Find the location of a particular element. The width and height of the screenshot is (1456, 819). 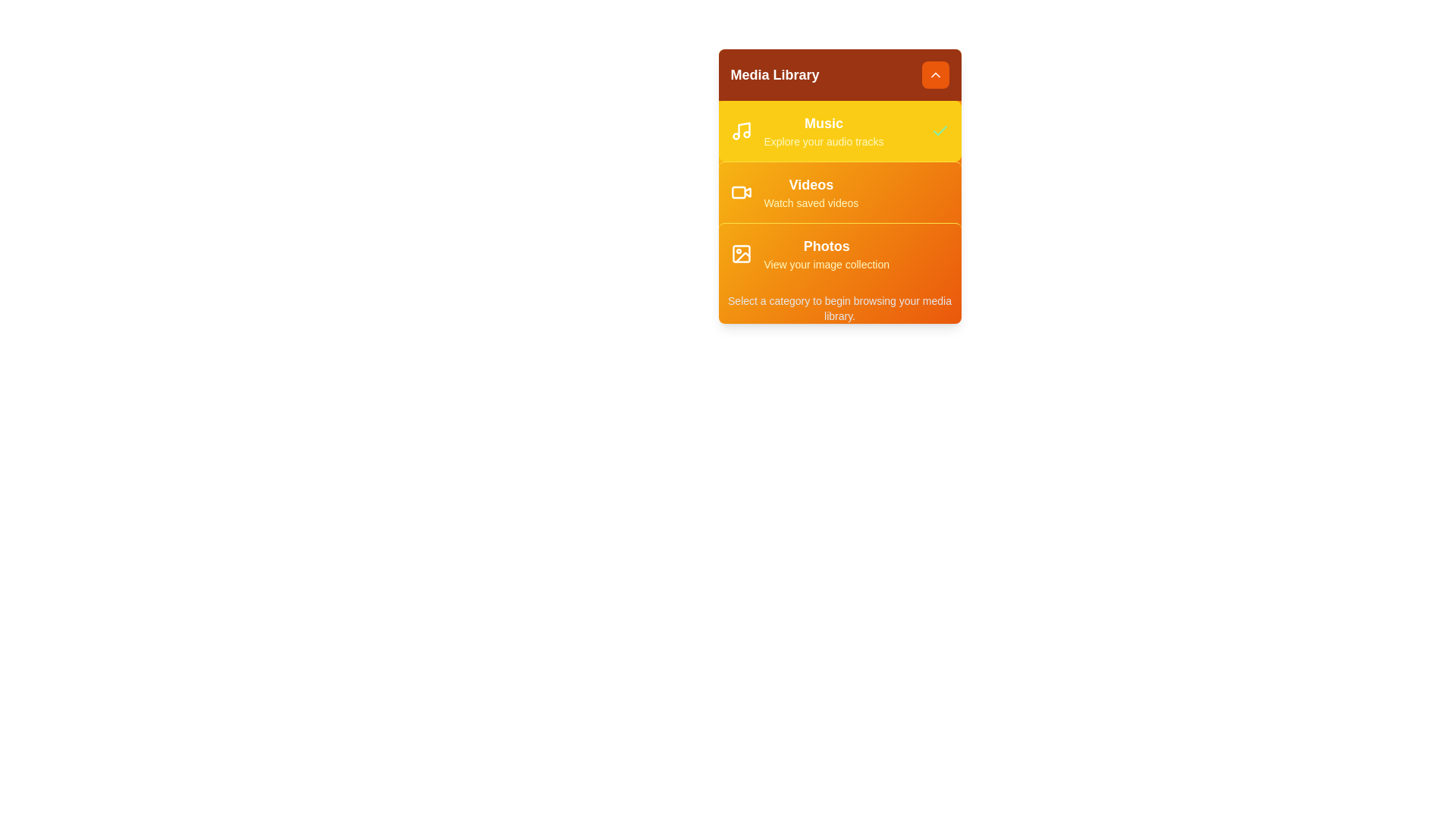

the 'Videos' category to select it is located at coordinates (839, 191).